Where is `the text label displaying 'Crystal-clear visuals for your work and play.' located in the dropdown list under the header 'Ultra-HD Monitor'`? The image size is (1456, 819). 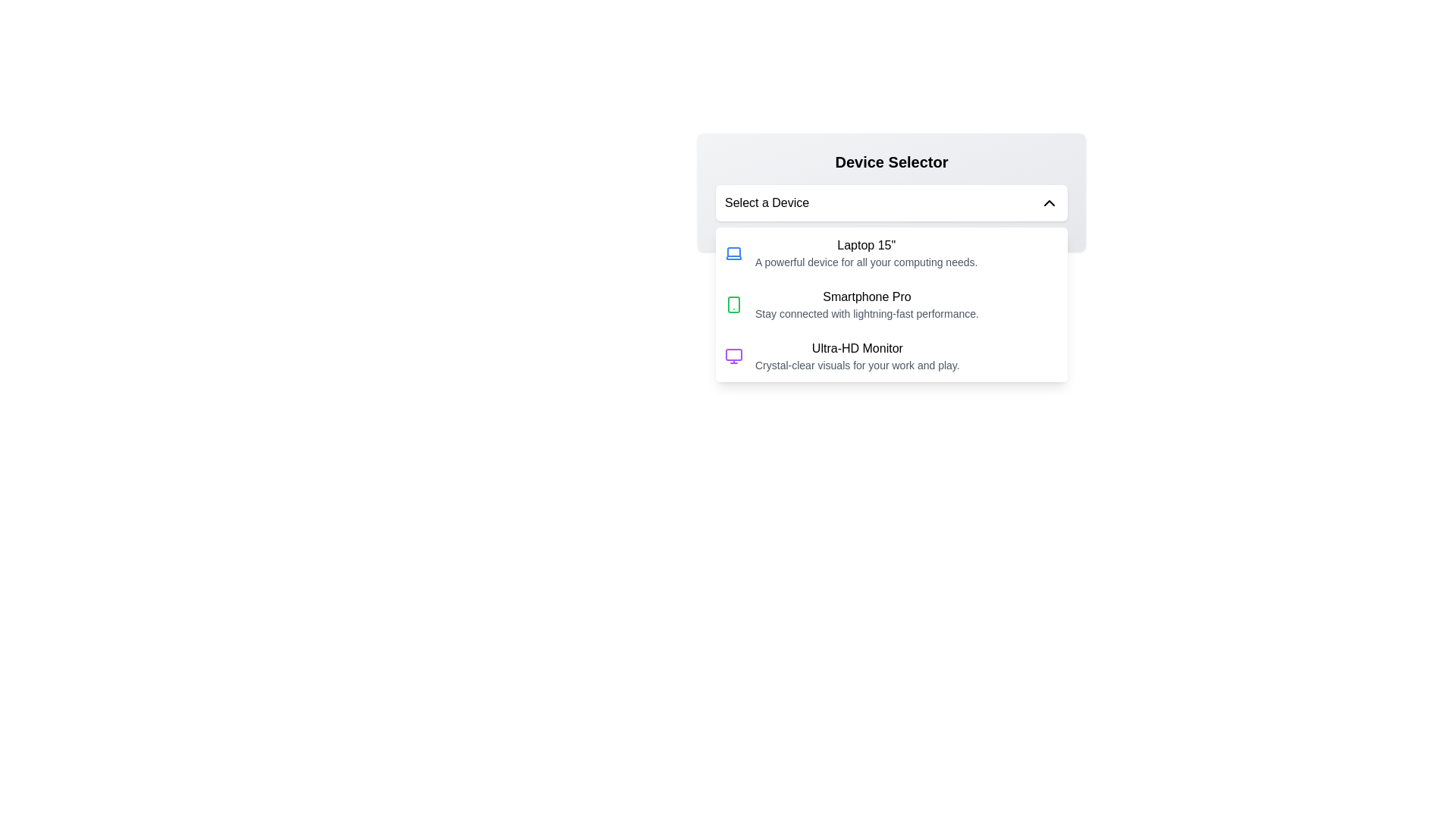 the text label displaying 'Crystal-clear visuals for your work and play.' located in the dropdown list under the header 'Ultra-HD Monitor' is located at coordinates (857, 366).